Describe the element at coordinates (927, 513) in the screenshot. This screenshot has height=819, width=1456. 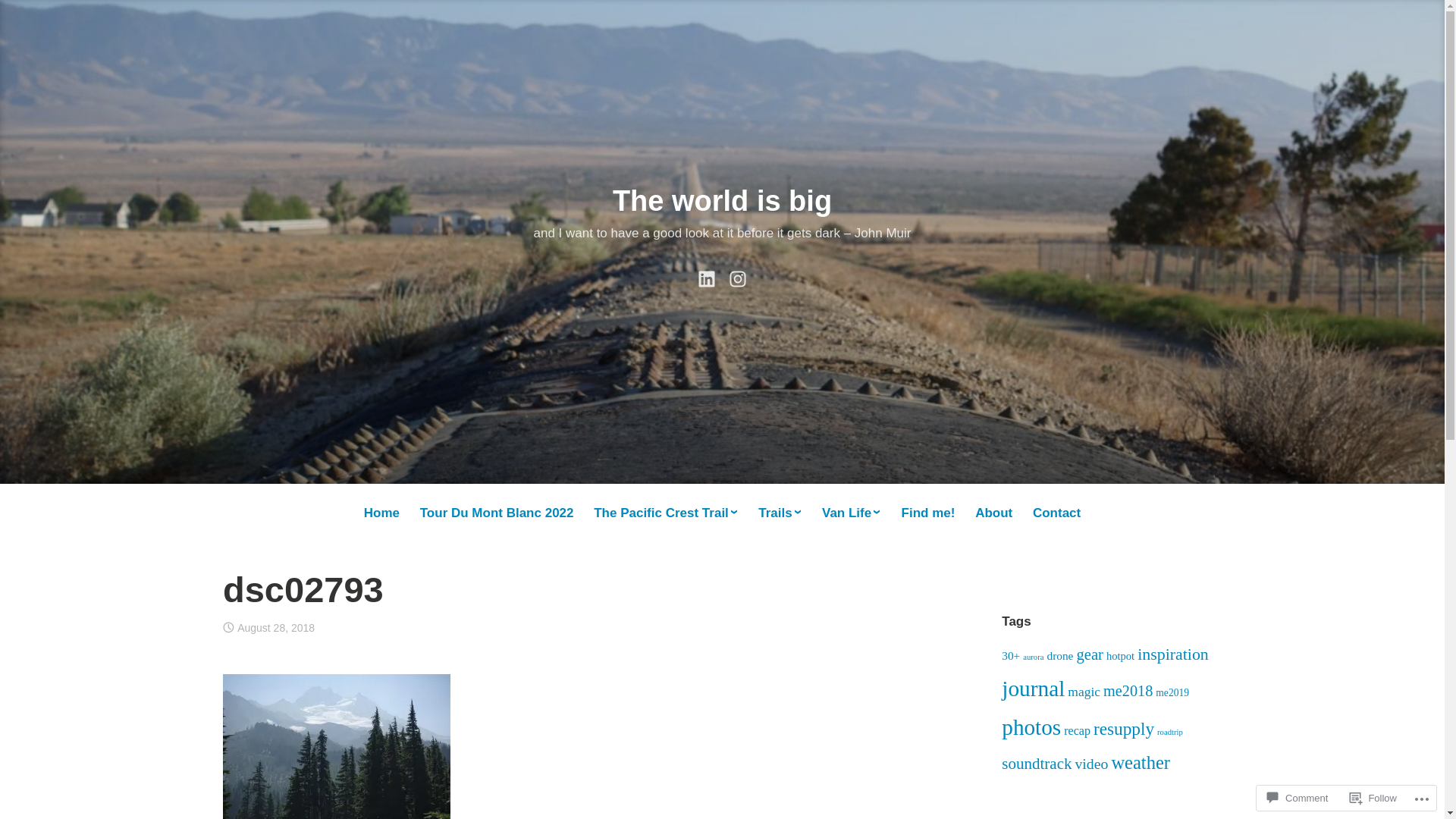
I see `'Find me!'` at that location.